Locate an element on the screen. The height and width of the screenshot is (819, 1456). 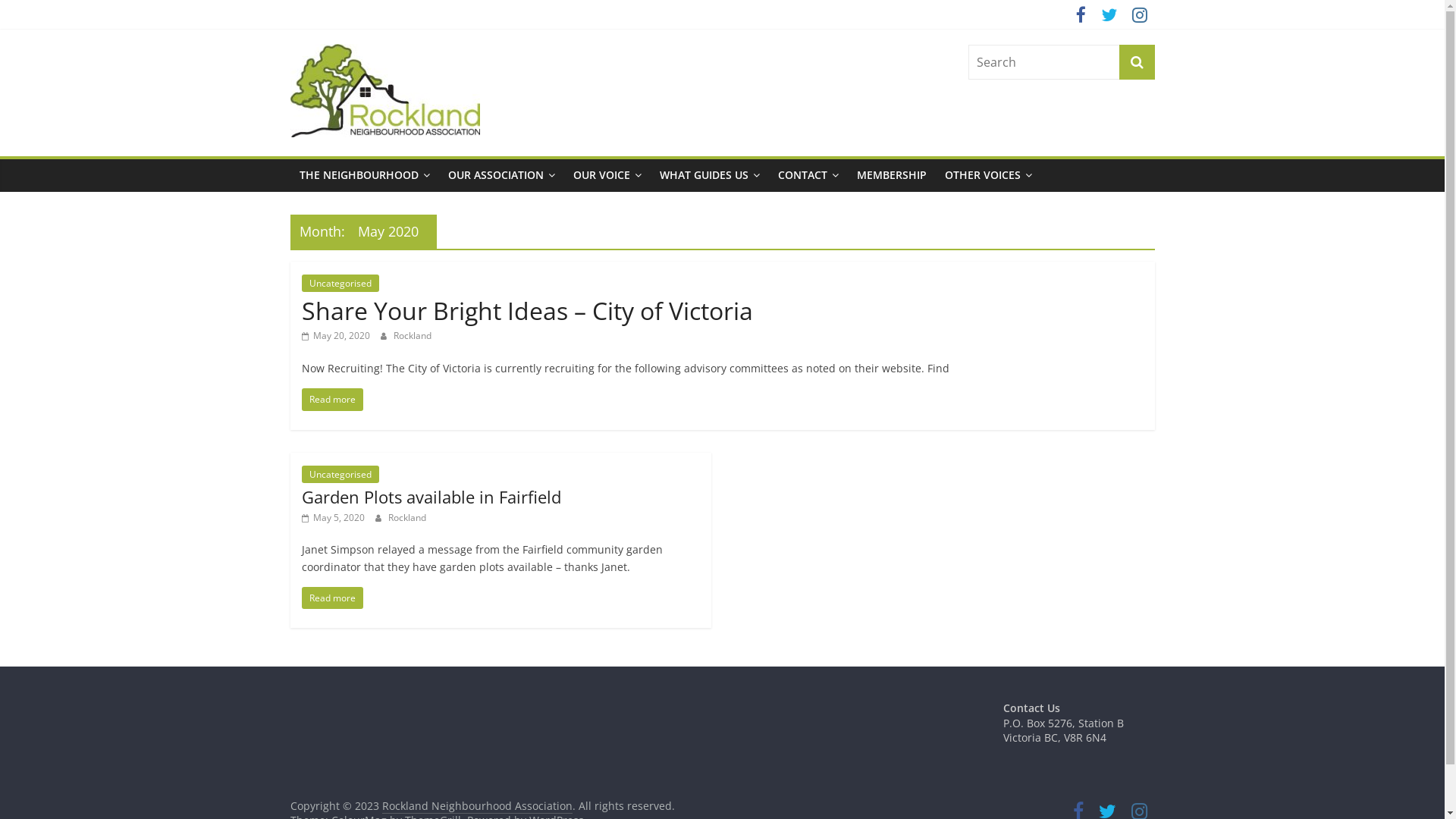
'MEMBERSHIP' is located at coordinates (892, 174).